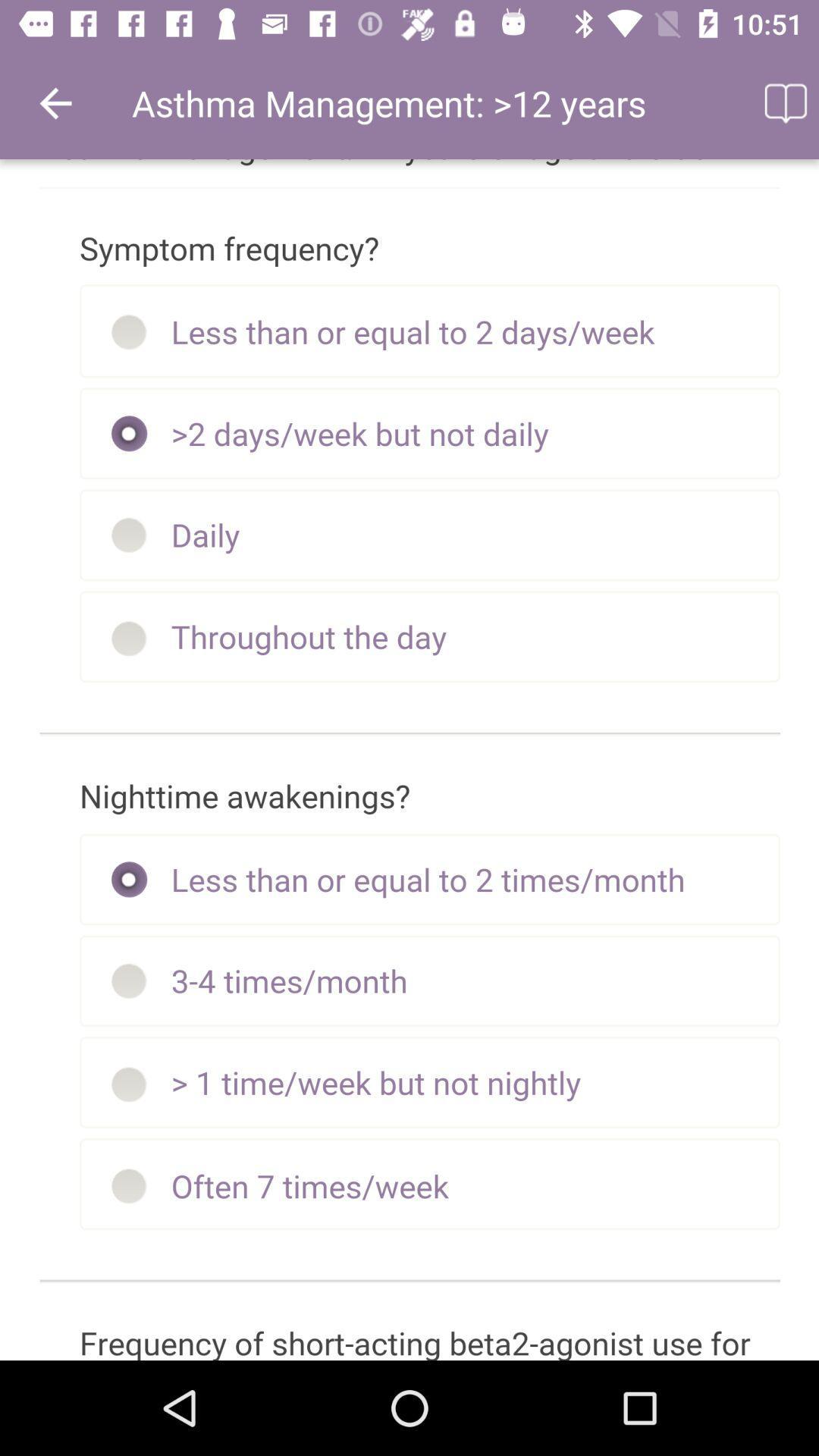 Image resolution: width=819 pixels, height=1456 pixels. Describe the element at coordinates (409, 760) in the screenshot. I see `the icon at the center` at that location.